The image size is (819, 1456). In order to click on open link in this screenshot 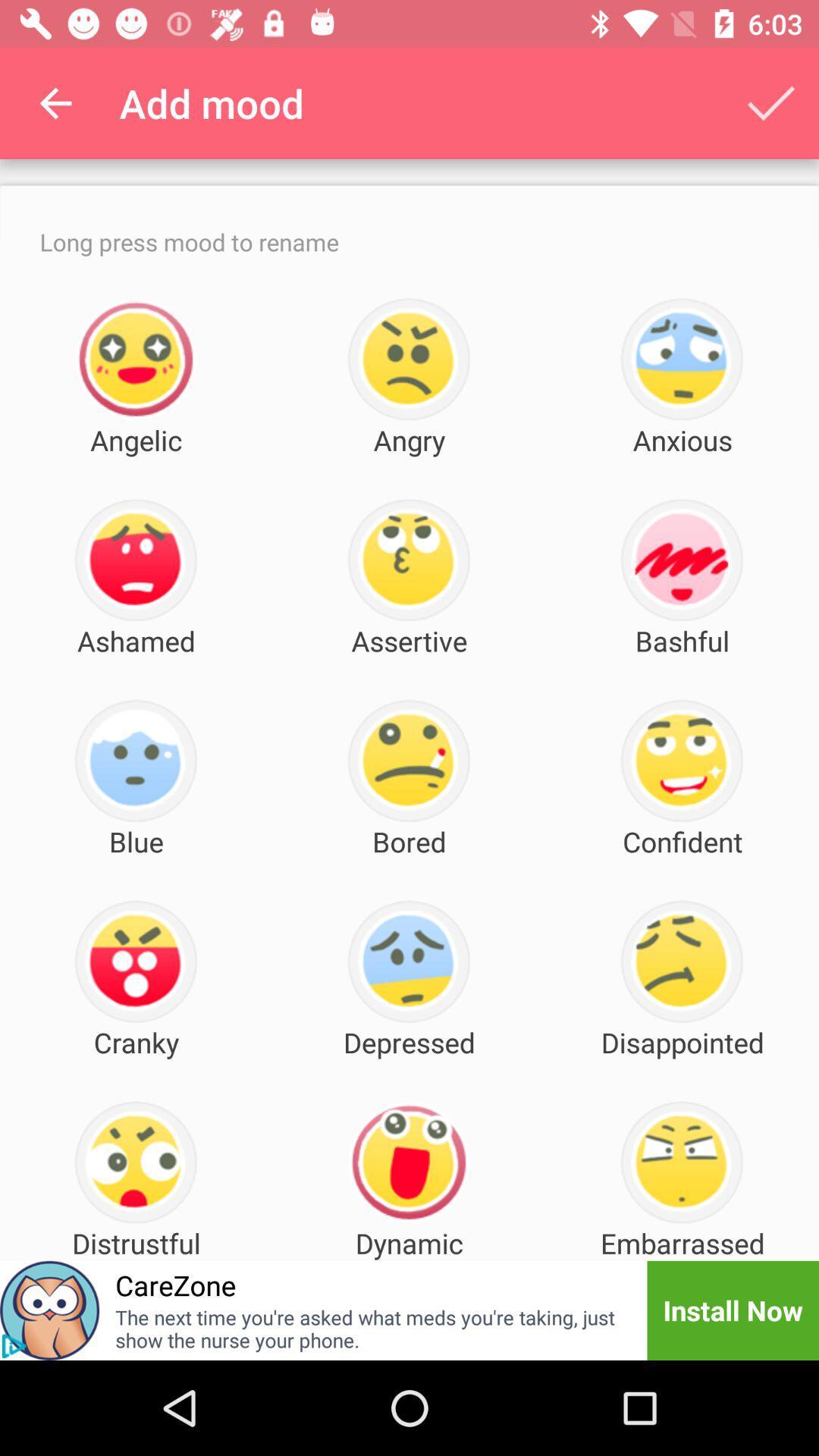, I will do `click(14, 1346)`.